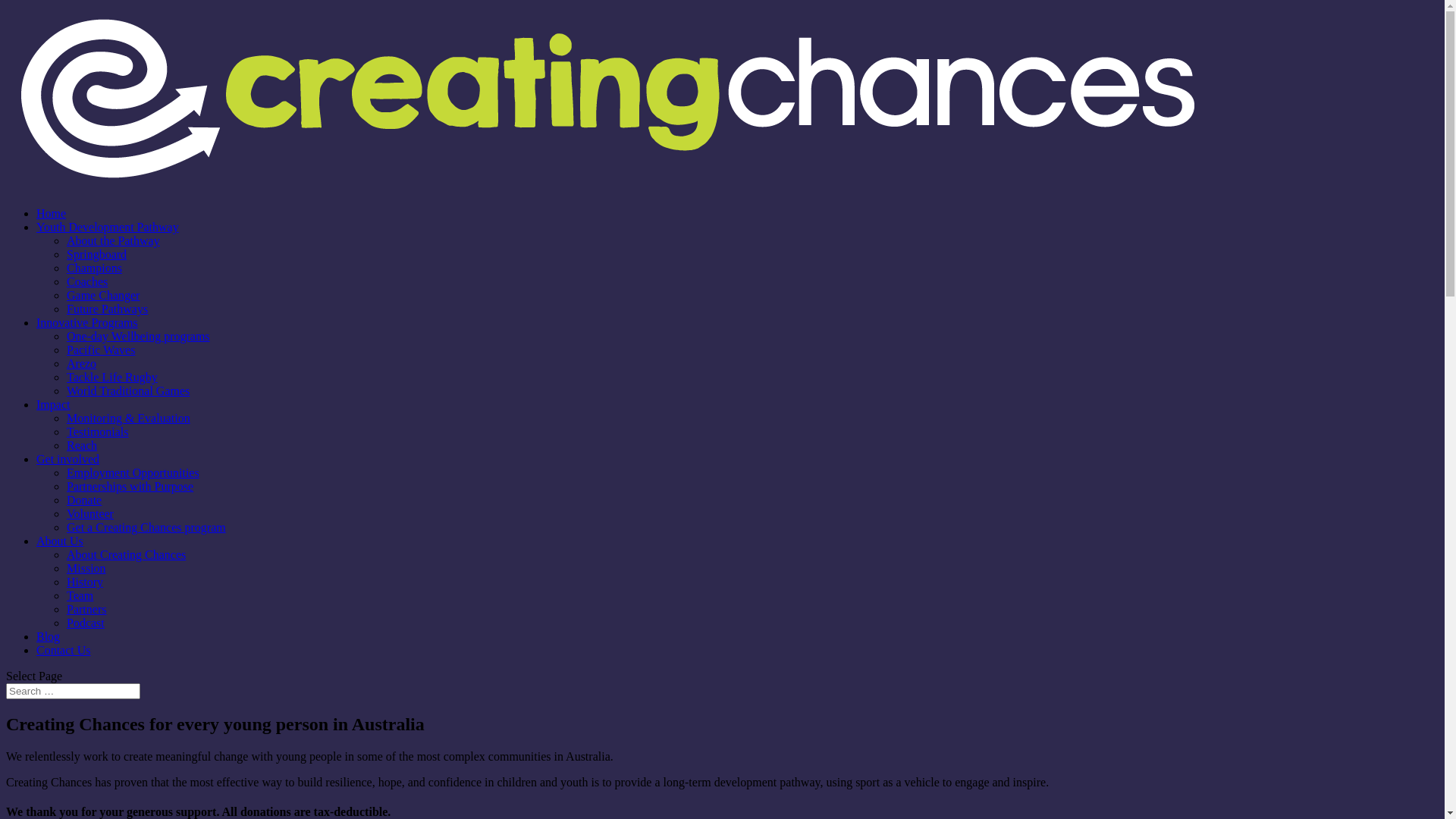  Describe the element at coordinates (126, 554) in the screenshot. I see `'About Creating Chances'` at that location.